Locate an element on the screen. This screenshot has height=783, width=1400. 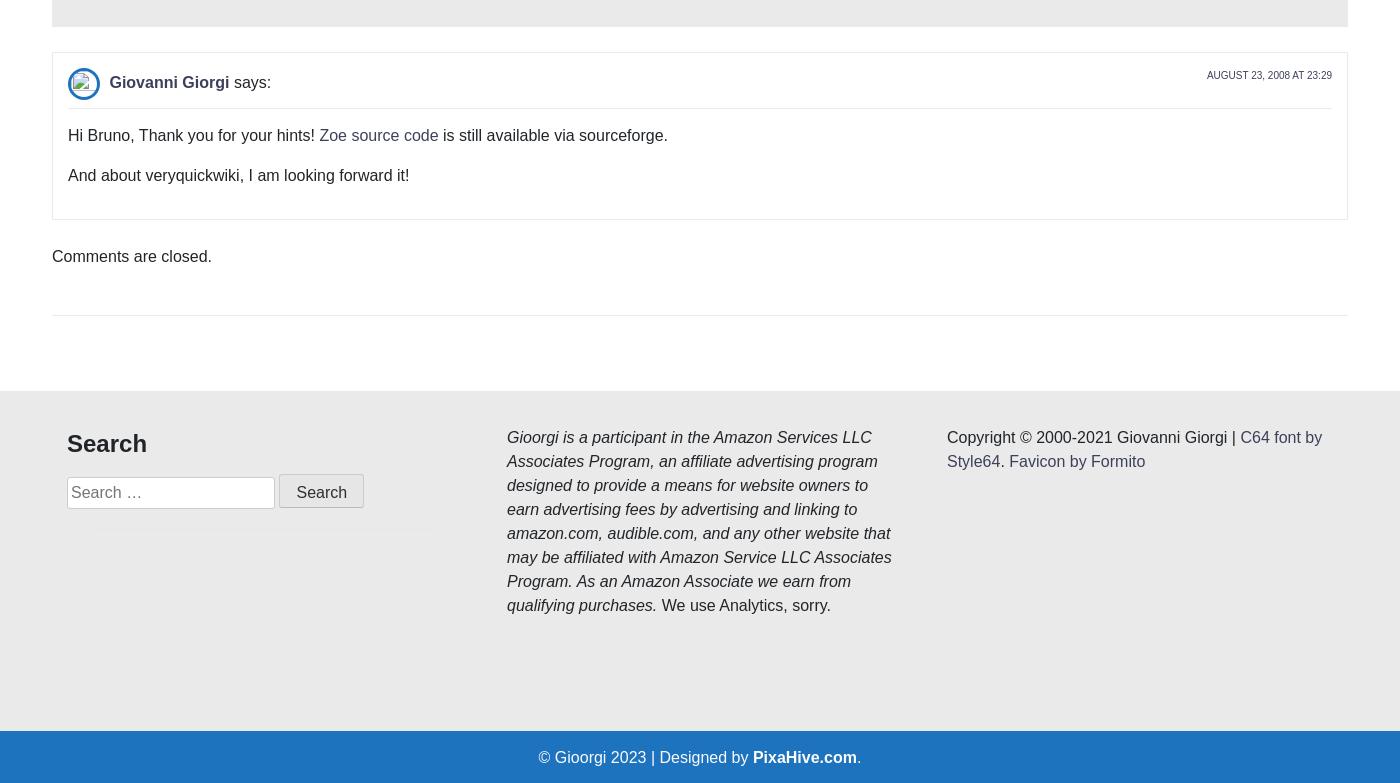
'Favicon by Formito' is located at coordinates (1077, 162).